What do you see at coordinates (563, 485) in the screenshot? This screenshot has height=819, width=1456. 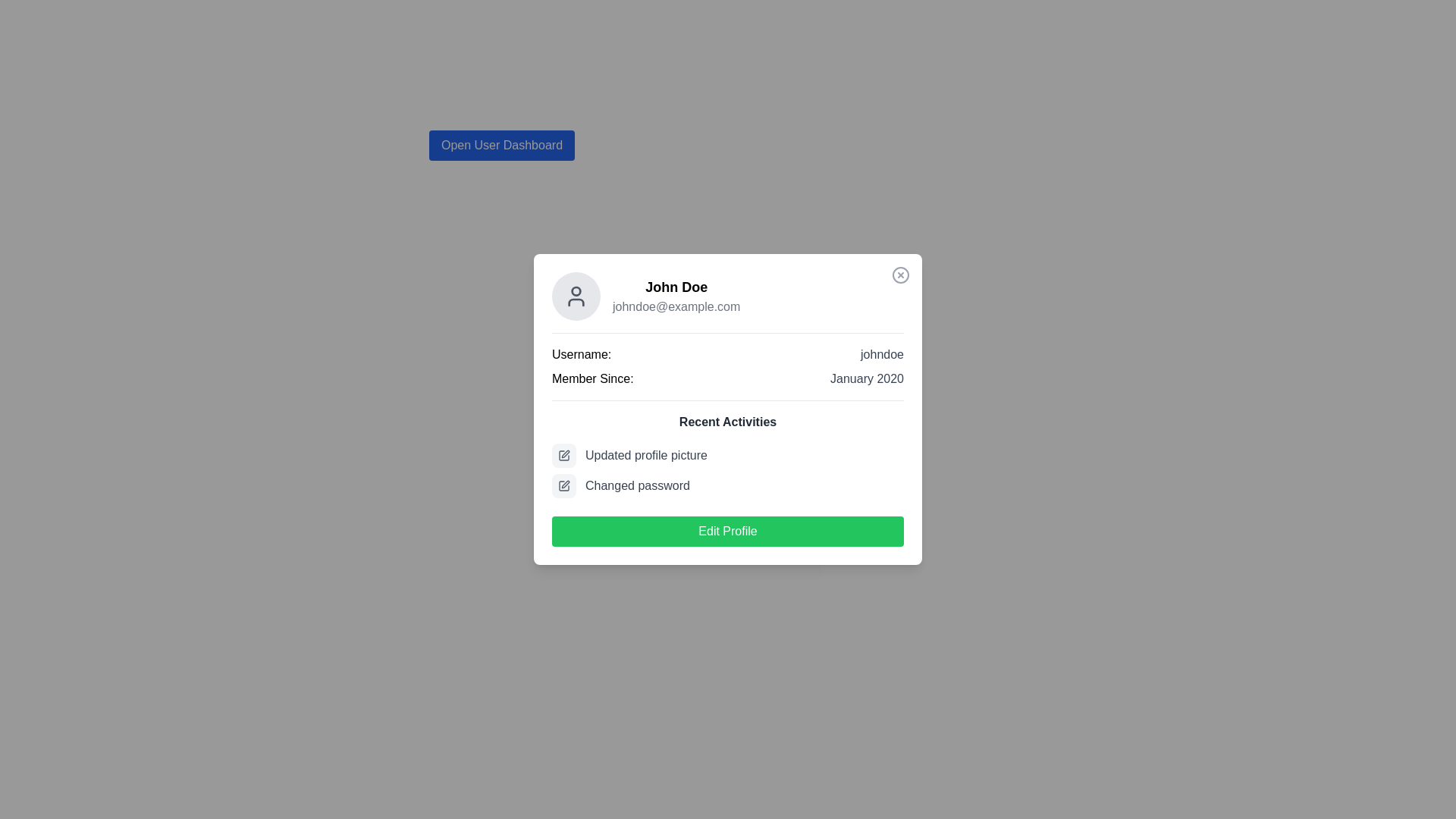 I see `the rectangular icon with a pen and square motif, styled as an outline, located to the left of the 'Updated profile picture' text line in the recent activities section of the user card` at bounding box center [563, 485].